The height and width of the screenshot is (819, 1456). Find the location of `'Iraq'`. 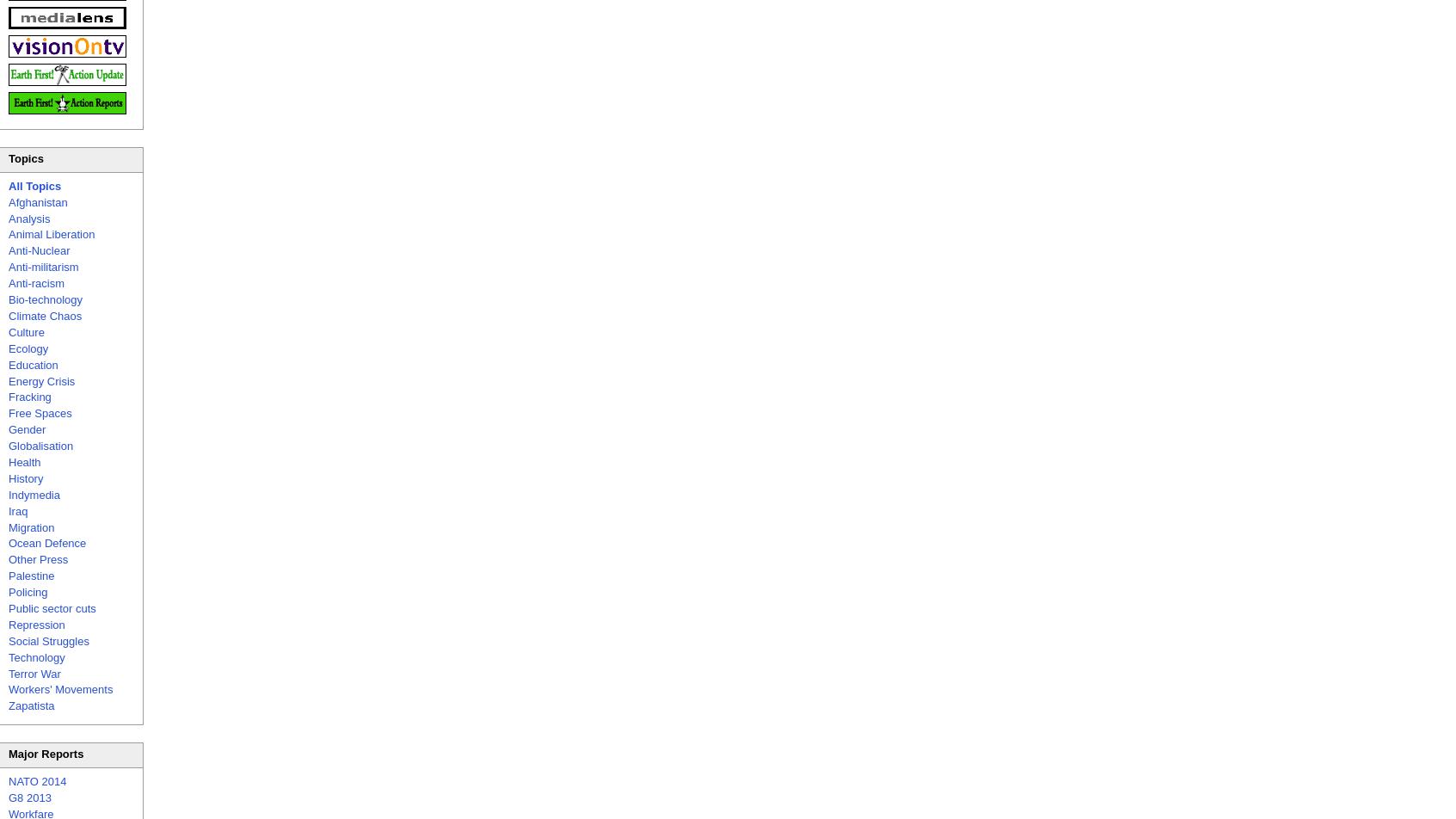

'Iraq' is located at coordinates (16, 510).